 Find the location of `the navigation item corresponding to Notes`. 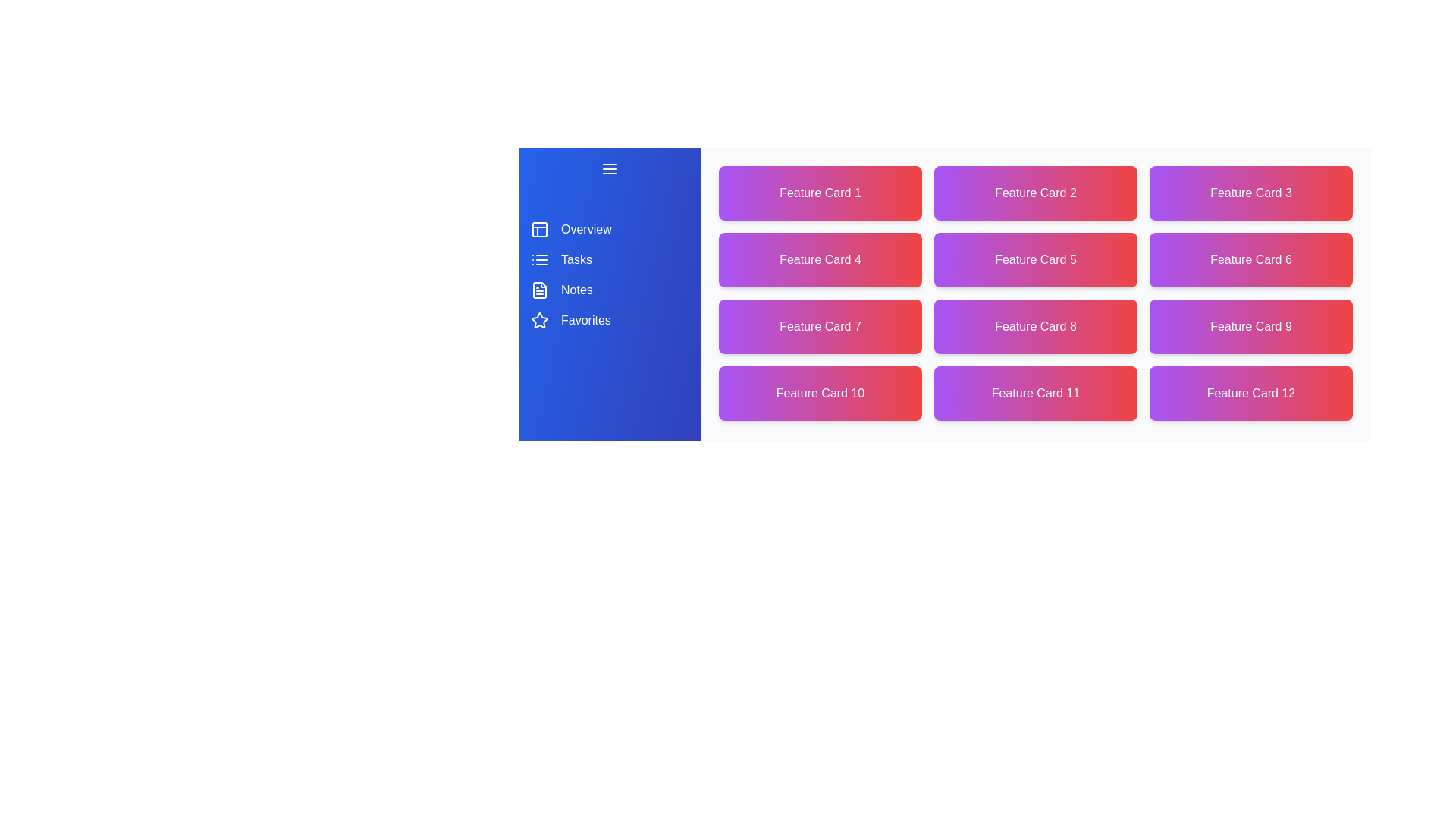

the navigation item corresponding to Notes is located at coordinates (610, 290).